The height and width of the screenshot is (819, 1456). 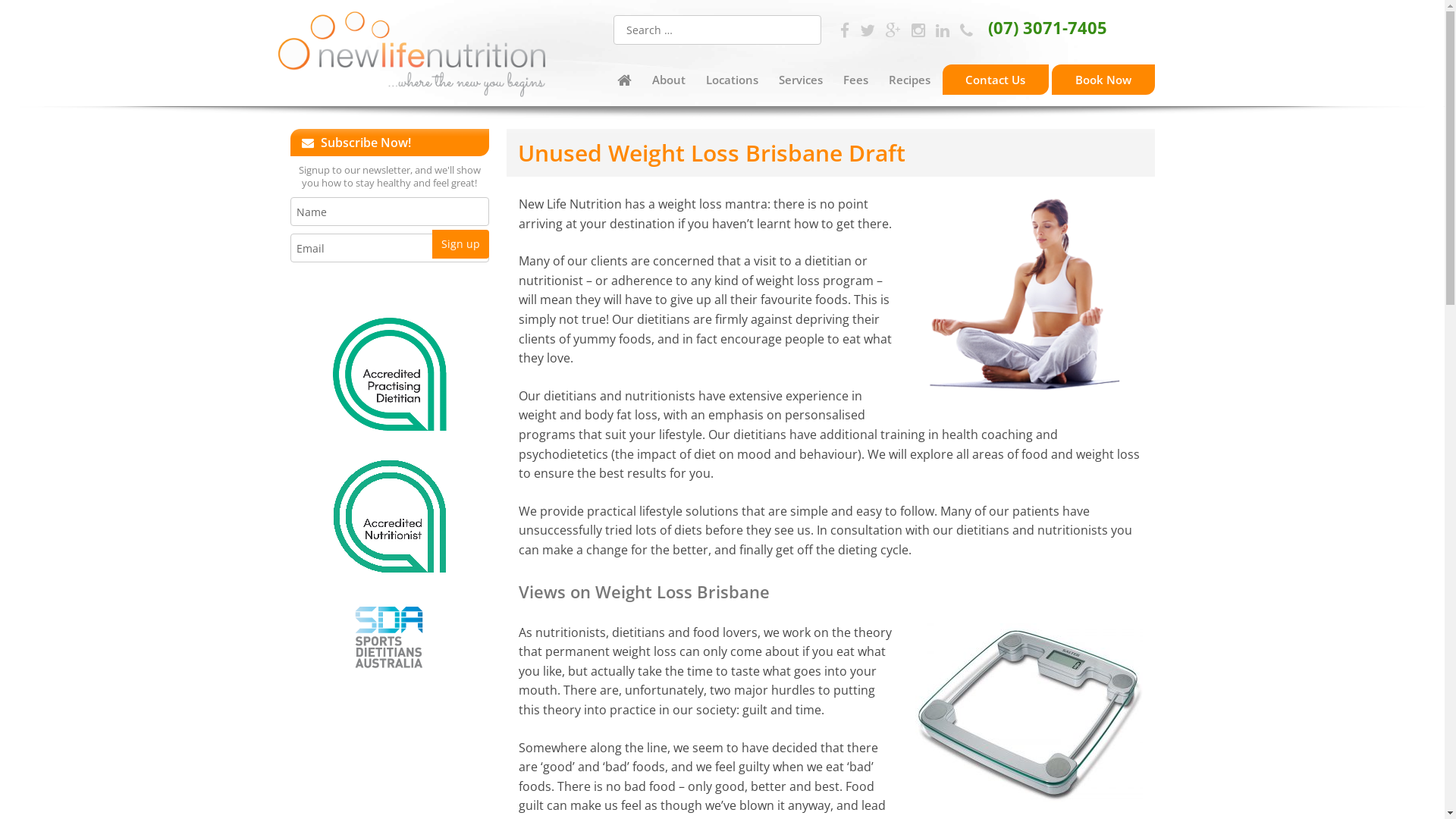 I want to click on 'Locations', so click(x=697, y=79).